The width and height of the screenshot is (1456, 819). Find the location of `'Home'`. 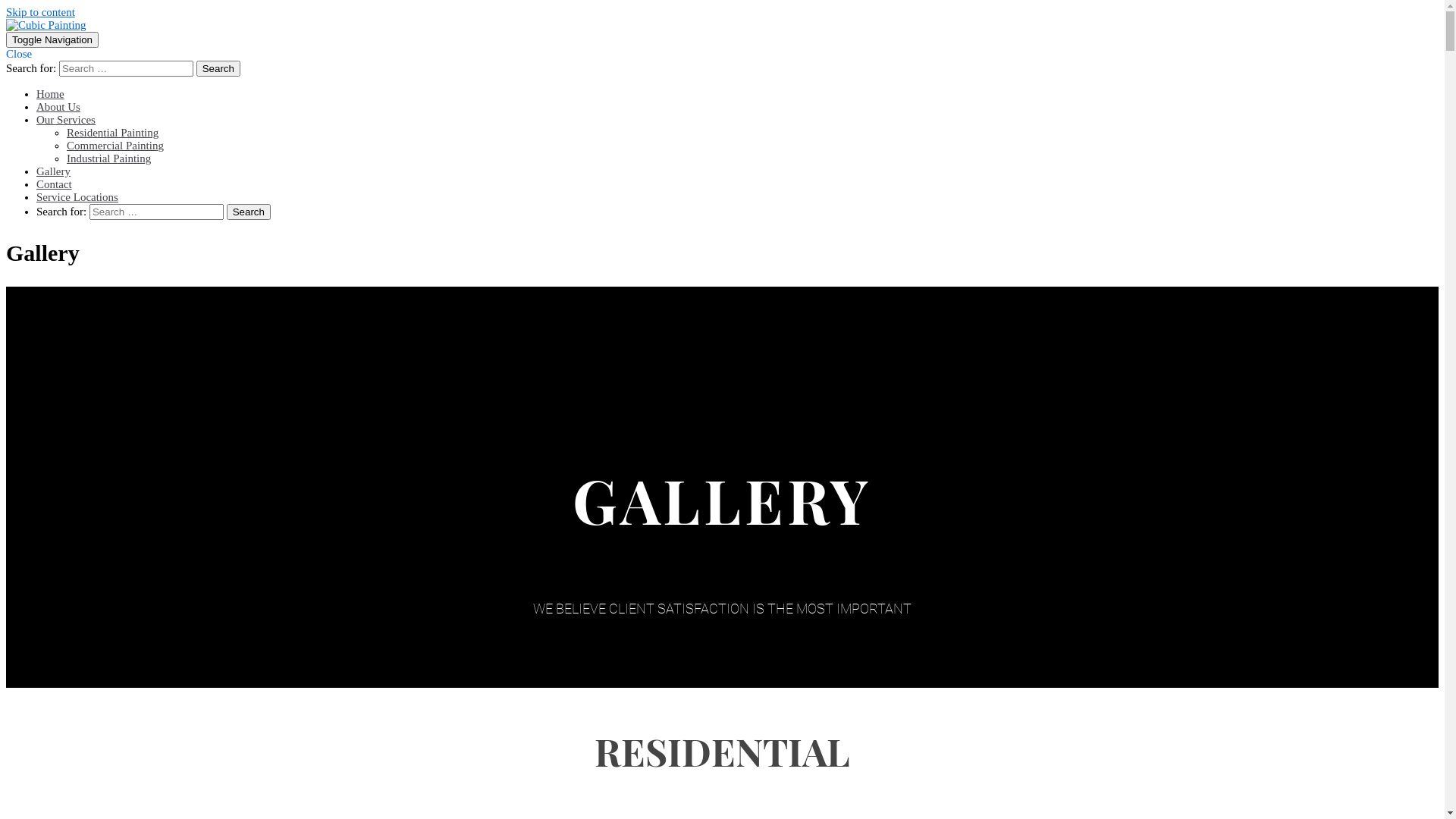

'Home' is located at coordinates (50, 93).